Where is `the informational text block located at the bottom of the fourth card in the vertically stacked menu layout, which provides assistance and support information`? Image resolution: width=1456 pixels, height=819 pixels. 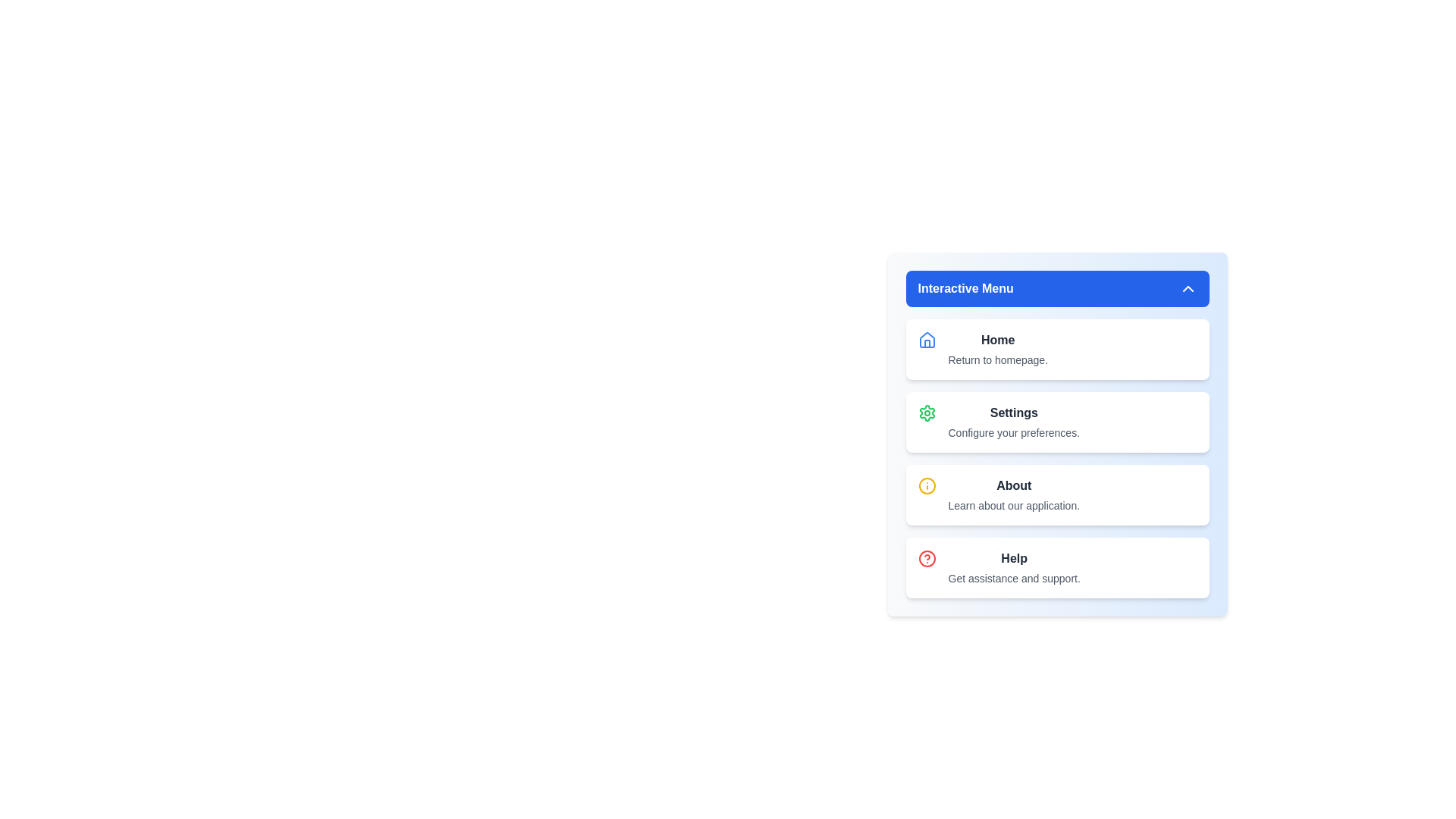
the informational text block located at the bottom of the fourth card in the vertically stacked menu layout, which provides assistance and support information is located at coordinates (1014, 567).